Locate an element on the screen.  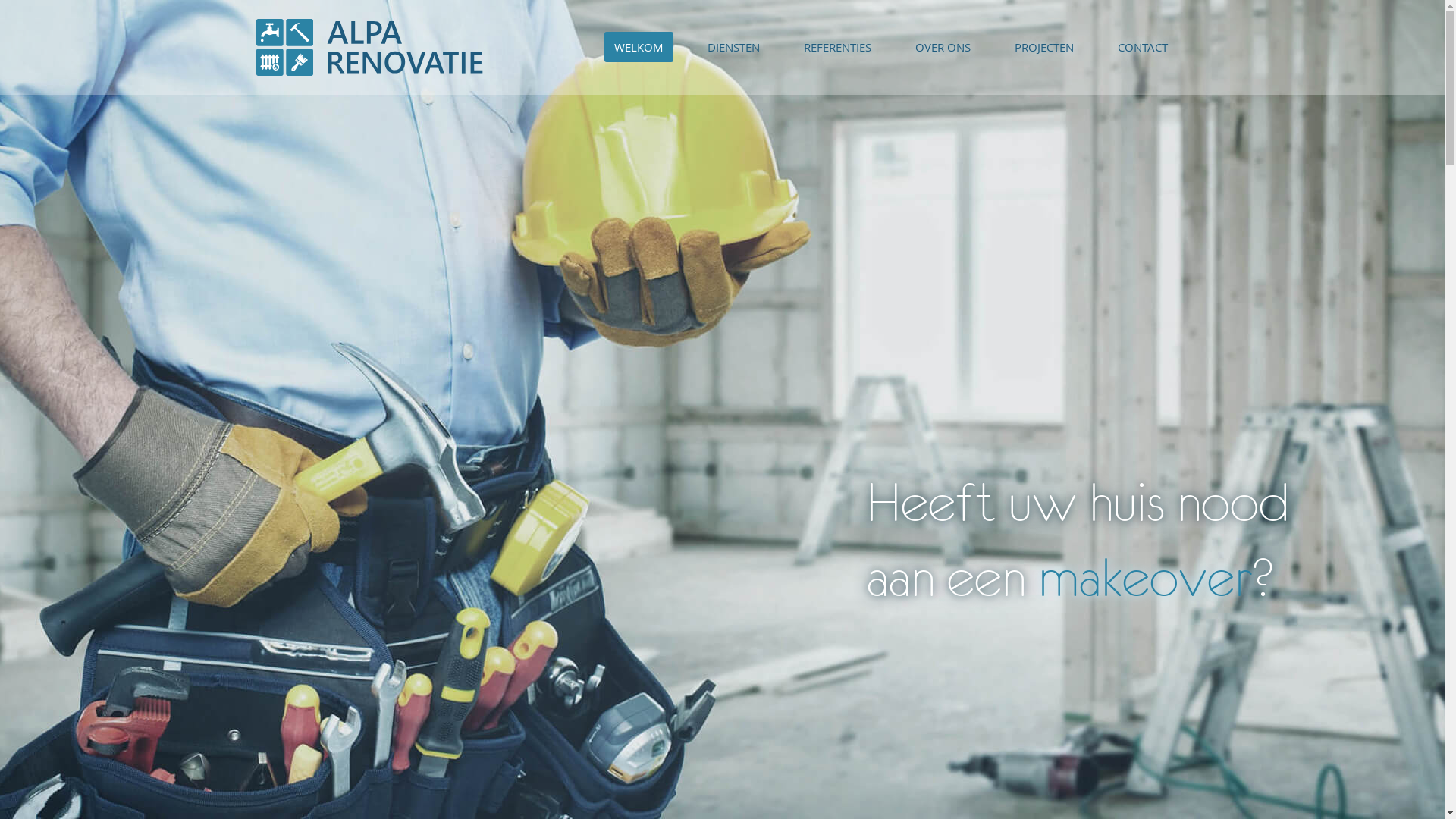
'PROJECTEN' is located at coordinates (1043, 45).